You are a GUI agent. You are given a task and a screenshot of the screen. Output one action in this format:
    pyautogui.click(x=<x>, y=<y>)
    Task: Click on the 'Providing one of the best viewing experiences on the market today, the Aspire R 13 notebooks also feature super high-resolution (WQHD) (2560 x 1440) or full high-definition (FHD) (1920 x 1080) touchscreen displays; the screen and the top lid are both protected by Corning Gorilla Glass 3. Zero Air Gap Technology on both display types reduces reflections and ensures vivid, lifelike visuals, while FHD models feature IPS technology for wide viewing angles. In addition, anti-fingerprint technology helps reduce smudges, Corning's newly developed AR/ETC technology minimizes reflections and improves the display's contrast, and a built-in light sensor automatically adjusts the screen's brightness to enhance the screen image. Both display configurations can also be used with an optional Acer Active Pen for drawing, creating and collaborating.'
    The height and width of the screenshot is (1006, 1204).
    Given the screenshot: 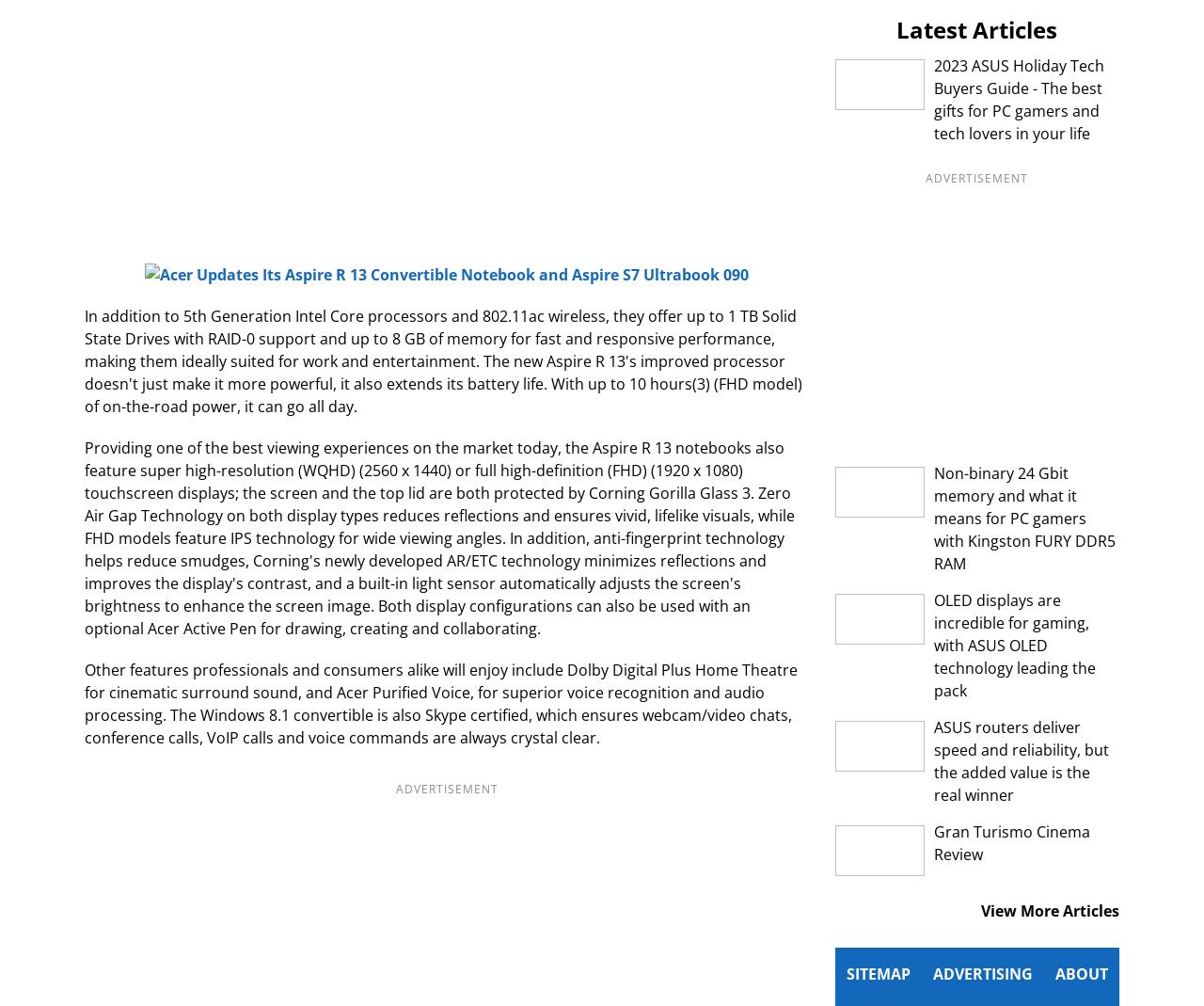 What is the action you would take?
    pyautogui.click(x=438, y=538)
    